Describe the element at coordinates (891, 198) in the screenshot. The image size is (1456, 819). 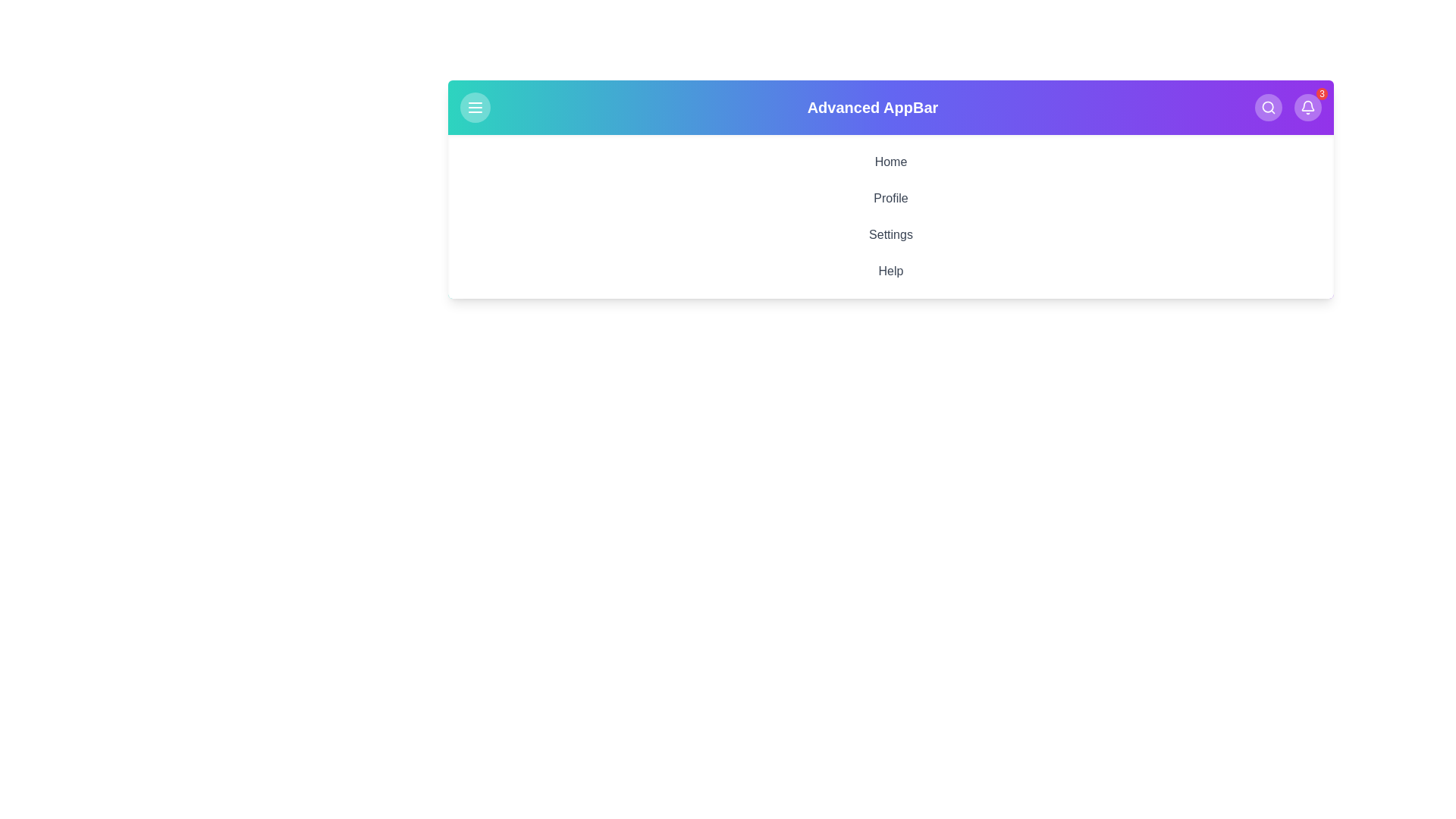
I see `the menu item Profile` at that location.